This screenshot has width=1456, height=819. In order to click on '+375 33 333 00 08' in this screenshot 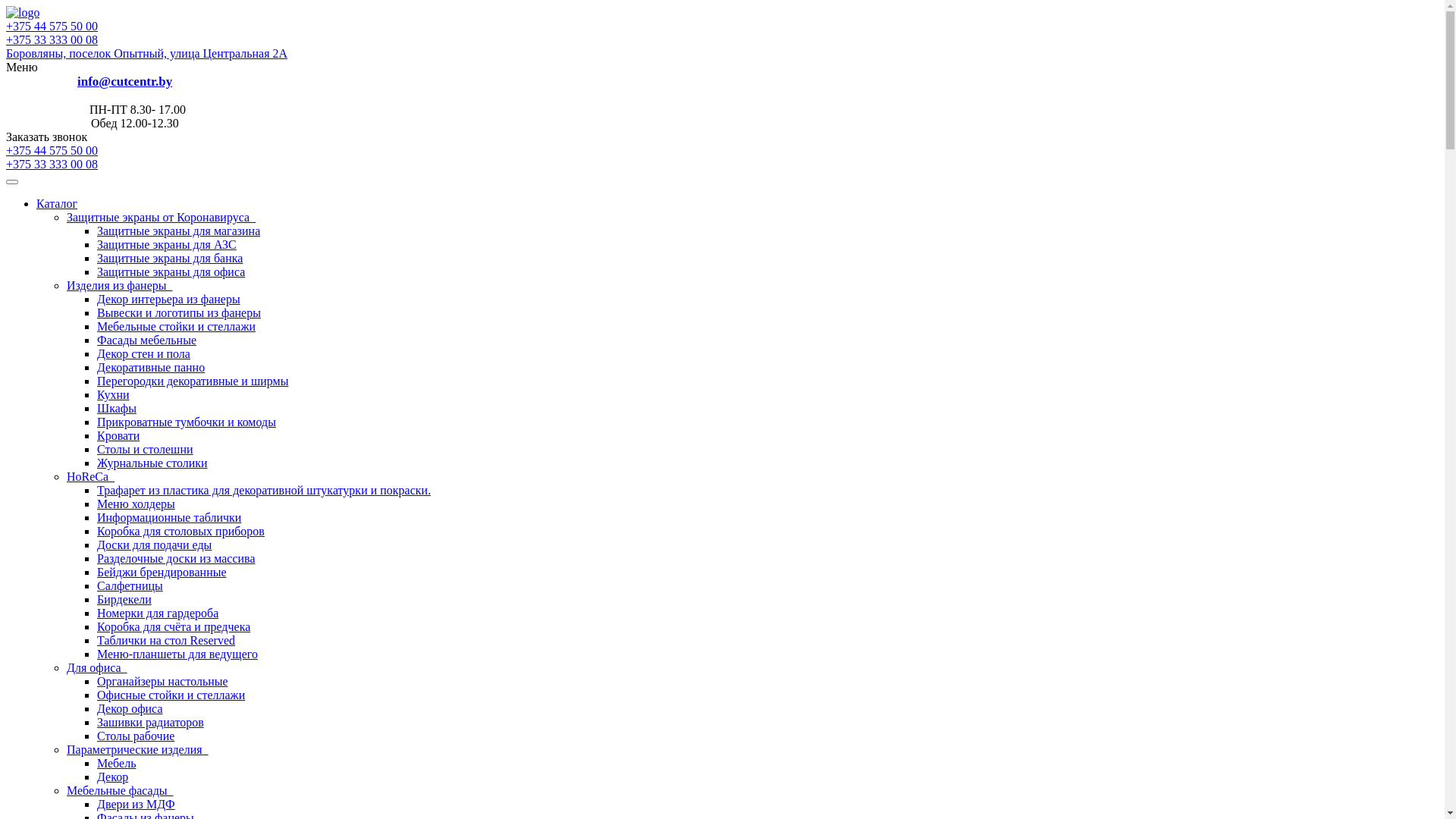, I will do `click(52, 39)`.